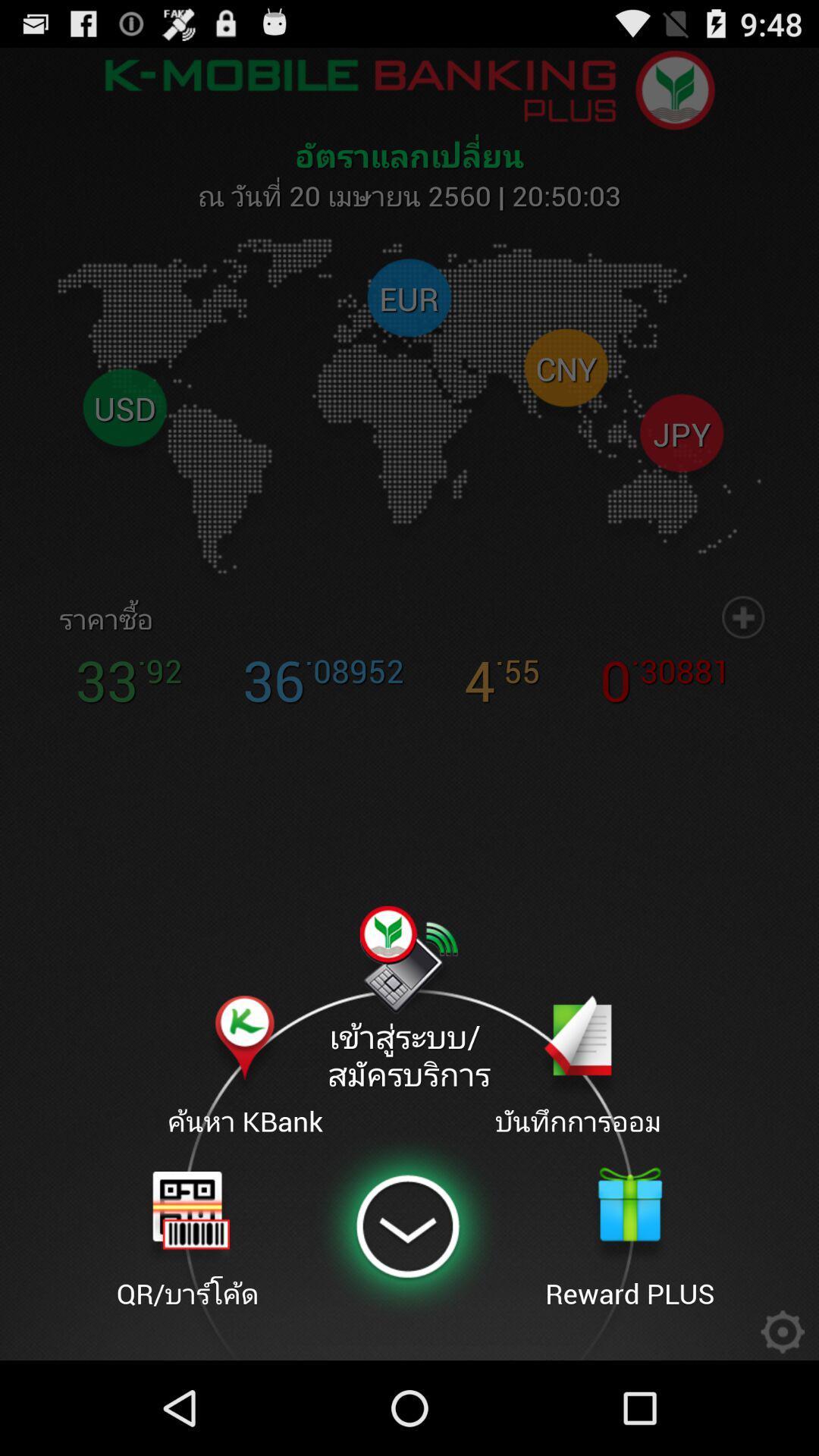 This screenshot has width=819, height=1456. Describe the element at coordinates (742, 662) in the screenshot. I see `the add icon` at that location.